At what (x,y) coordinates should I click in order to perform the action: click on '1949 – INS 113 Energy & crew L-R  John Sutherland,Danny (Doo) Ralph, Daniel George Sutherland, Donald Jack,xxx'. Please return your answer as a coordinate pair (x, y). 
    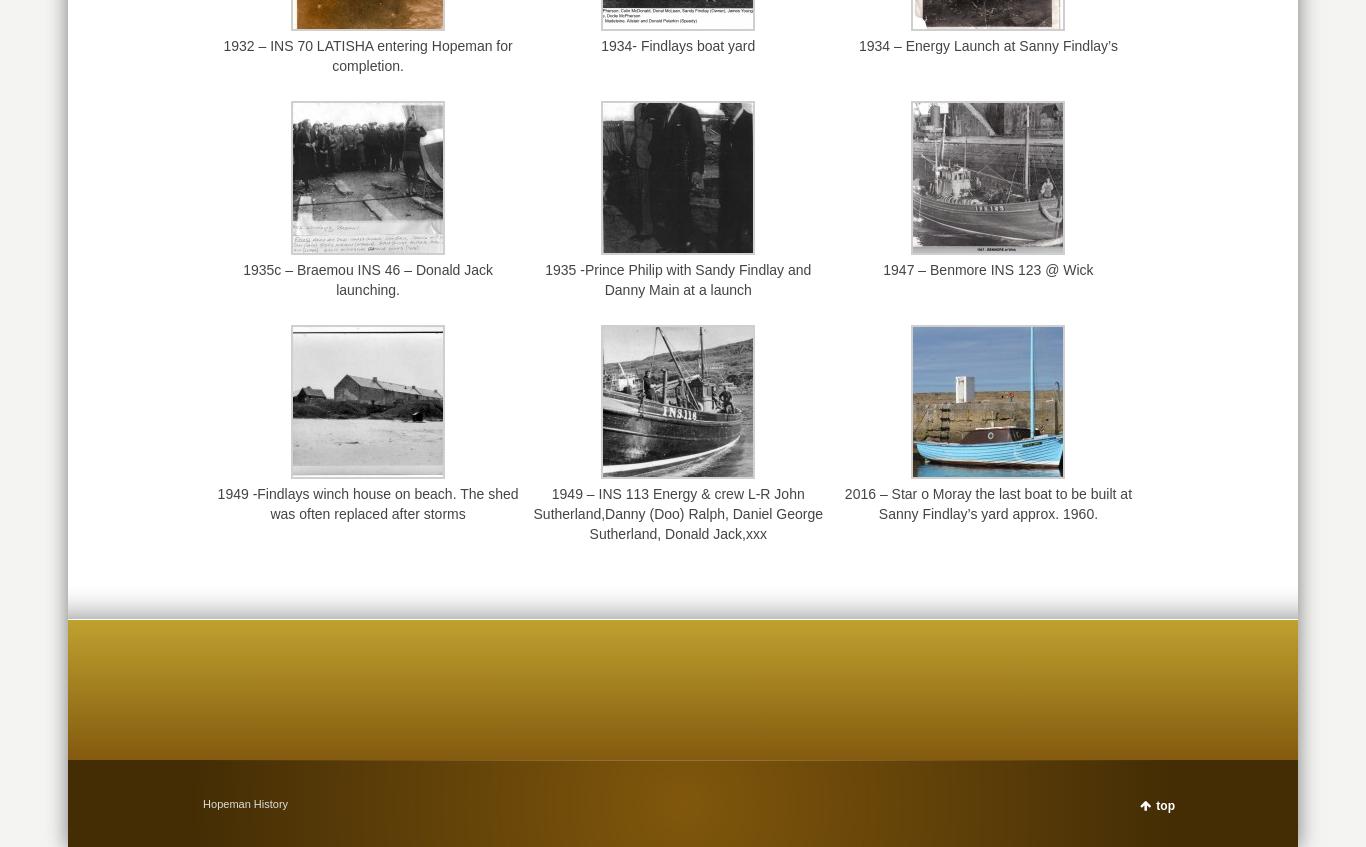
    Looking at the image, I should click on (676, 512).